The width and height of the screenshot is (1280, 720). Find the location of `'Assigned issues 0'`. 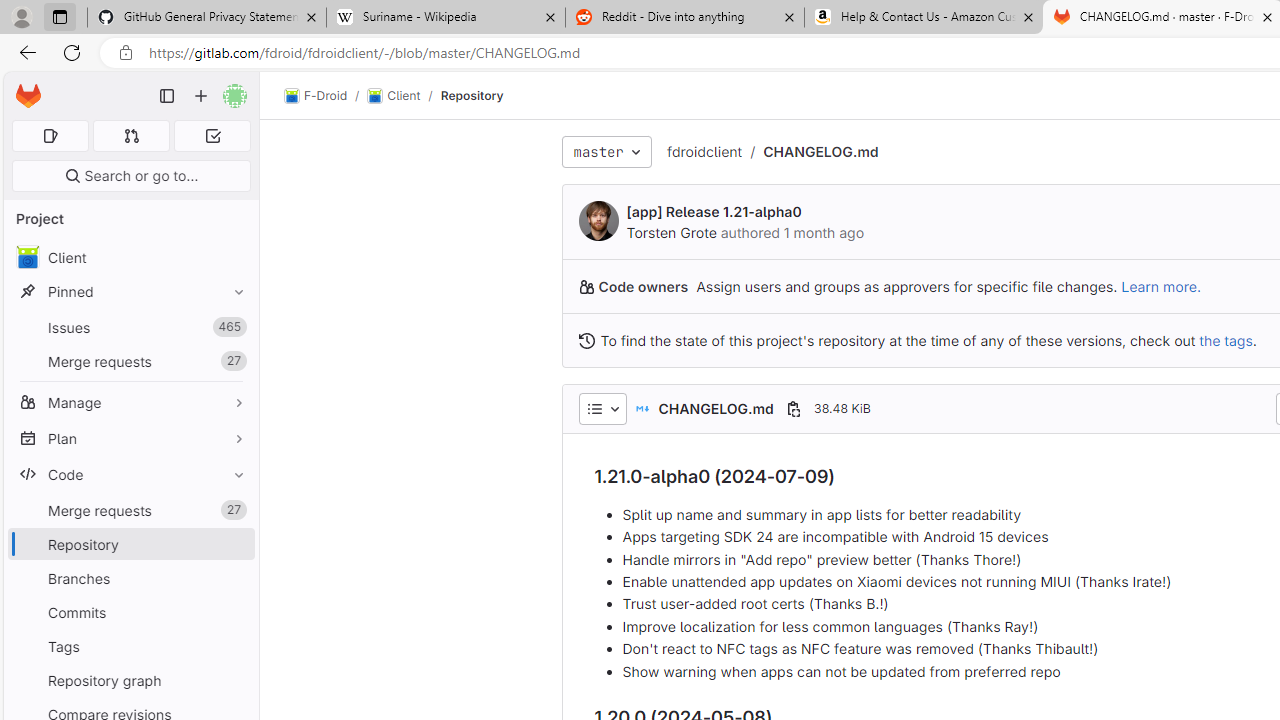

'Assigned issues 0' is located at coordinates (50, 135).